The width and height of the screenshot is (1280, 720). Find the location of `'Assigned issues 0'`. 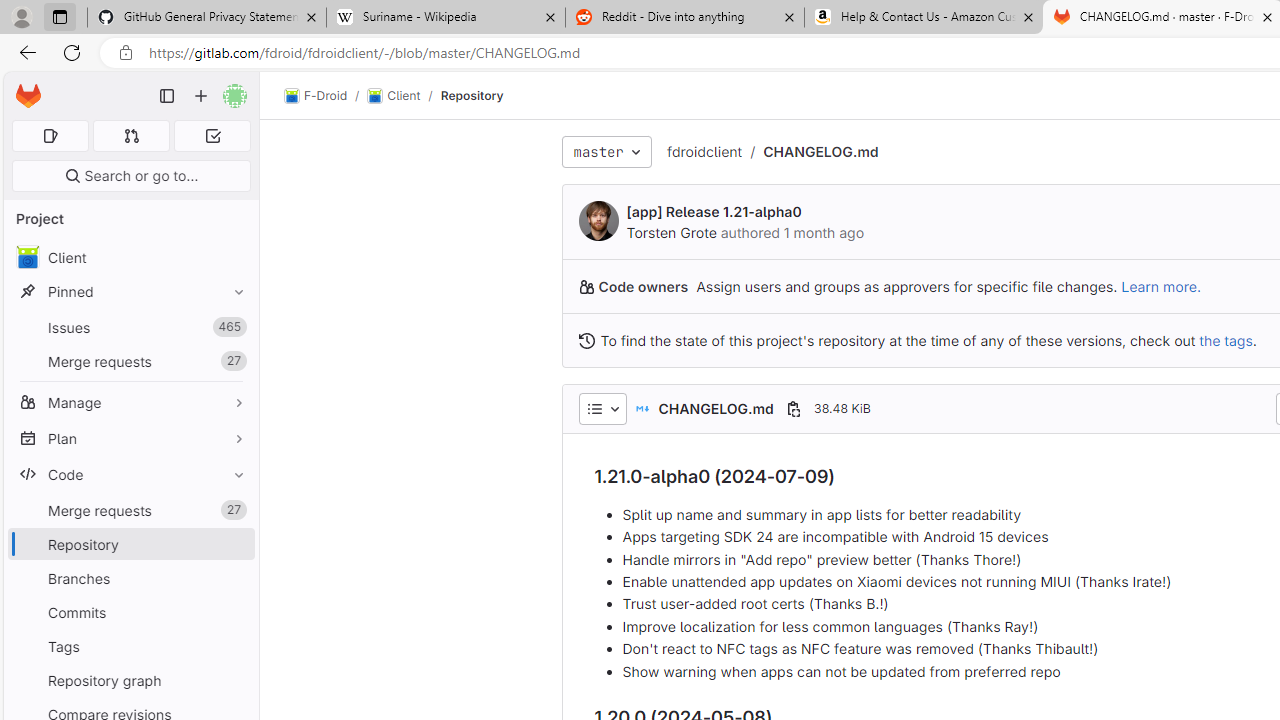

'Assigned issues 0' is located at coordinates (50, 135).